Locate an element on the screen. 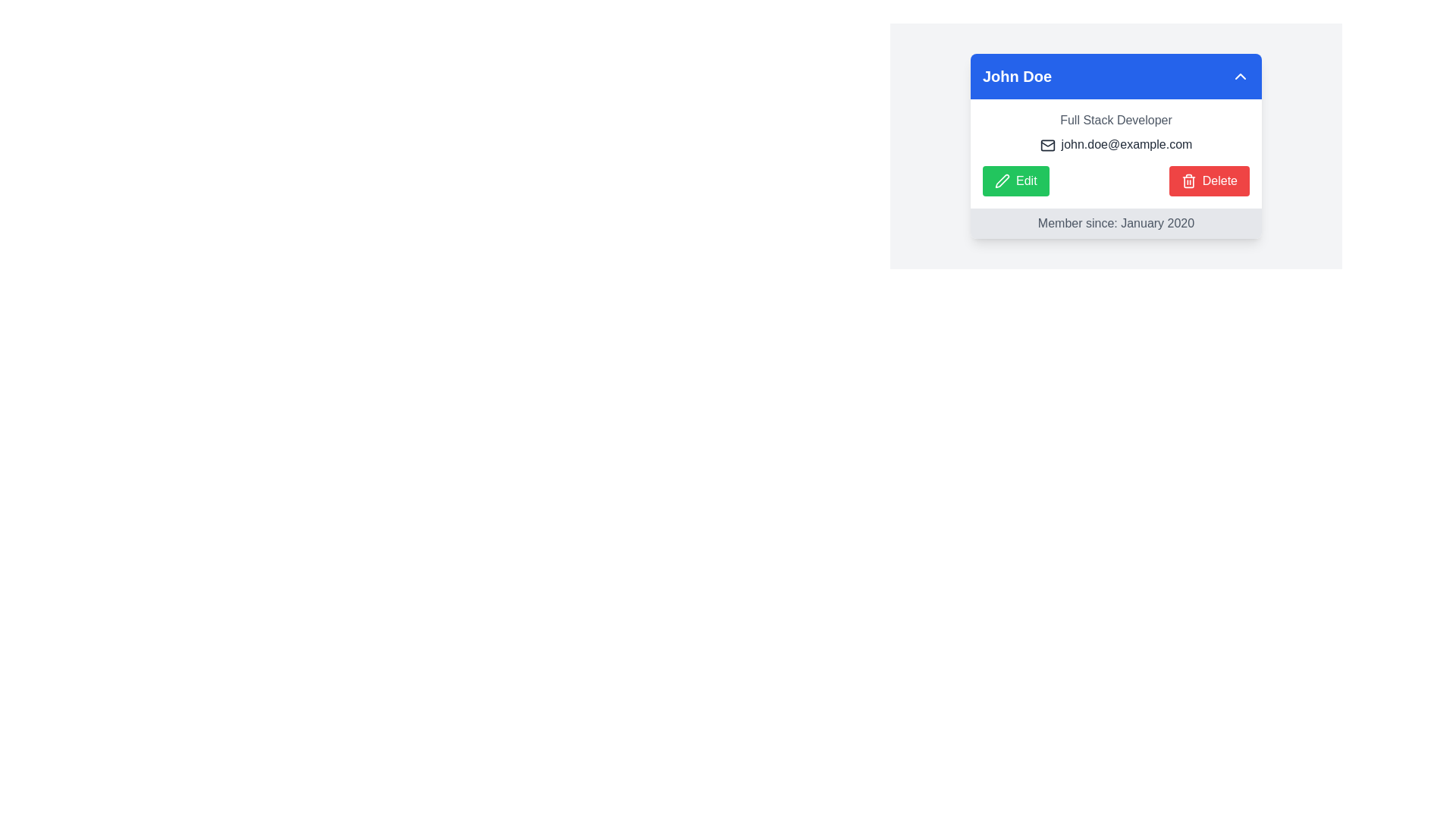  the Chevron icon located in the top right corner of the blue header section is located at coordinates (1241, 76).